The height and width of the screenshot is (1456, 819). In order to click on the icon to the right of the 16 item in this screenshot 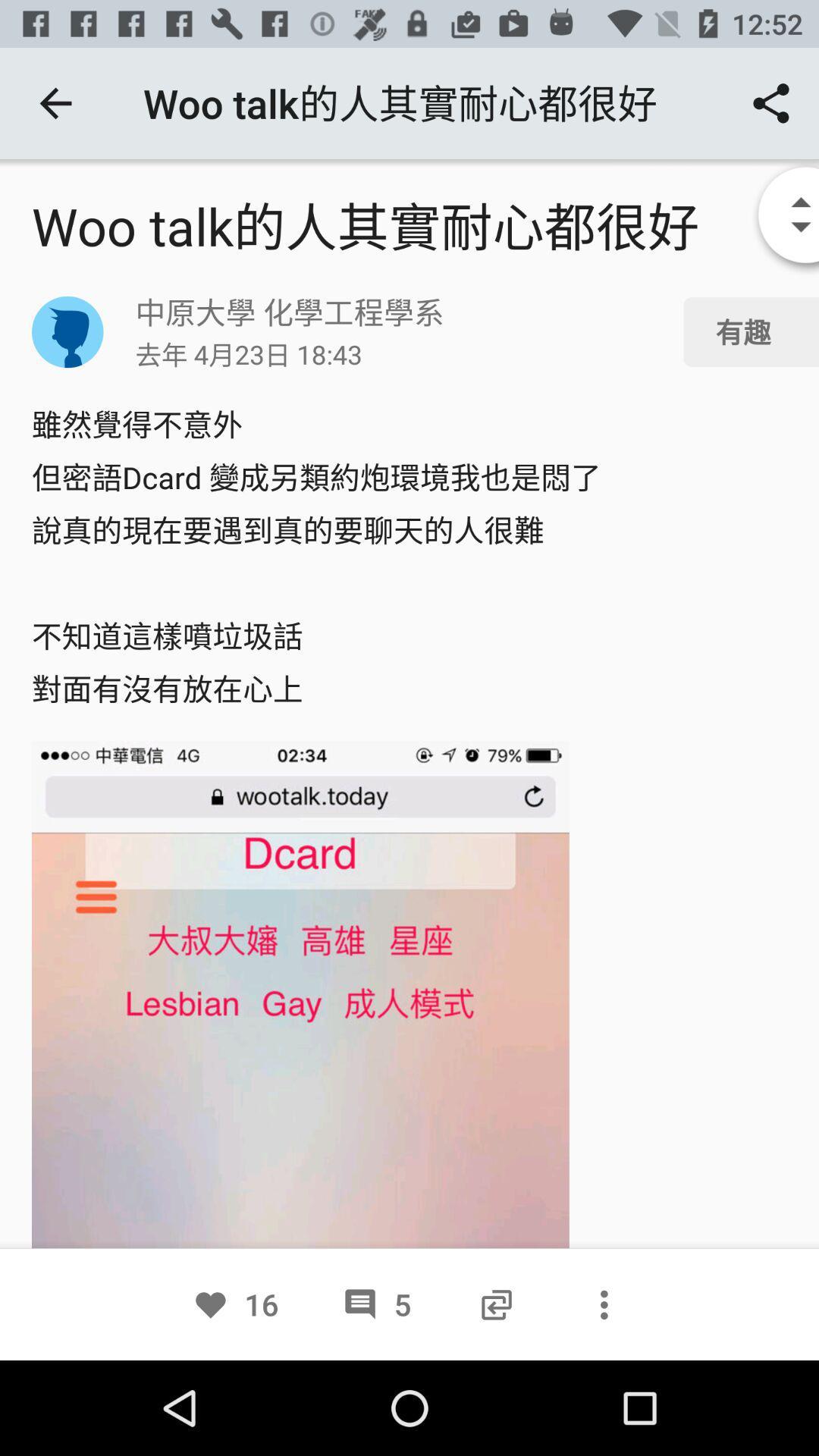, I will do `click(375, 1304)`.